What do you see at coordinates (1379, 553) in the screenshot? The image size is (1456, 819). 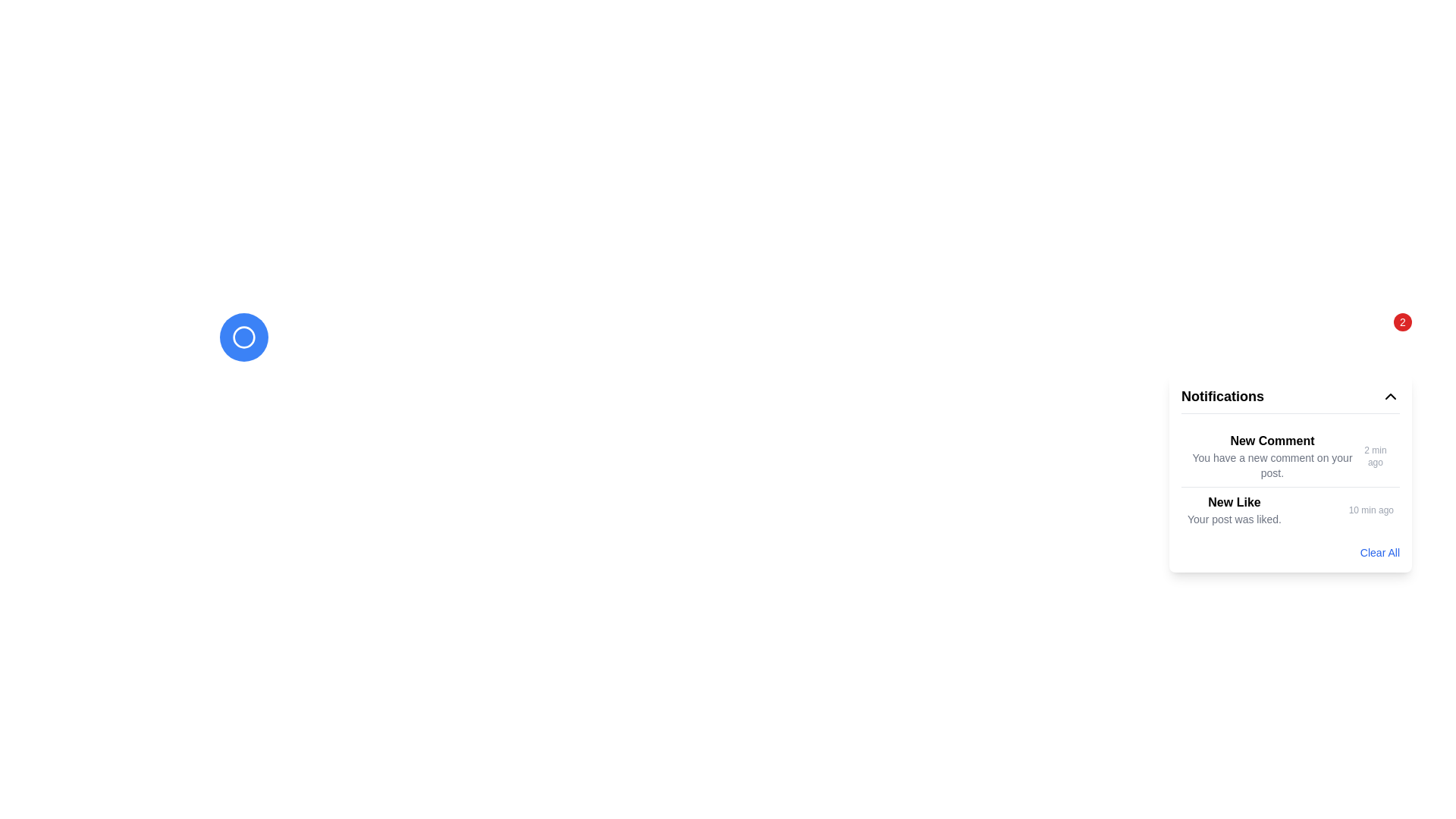 I see `the 'Clear All' text link at the bottom-right of the notifications panel to clear all notifications` at bounding box center [1379, 553].